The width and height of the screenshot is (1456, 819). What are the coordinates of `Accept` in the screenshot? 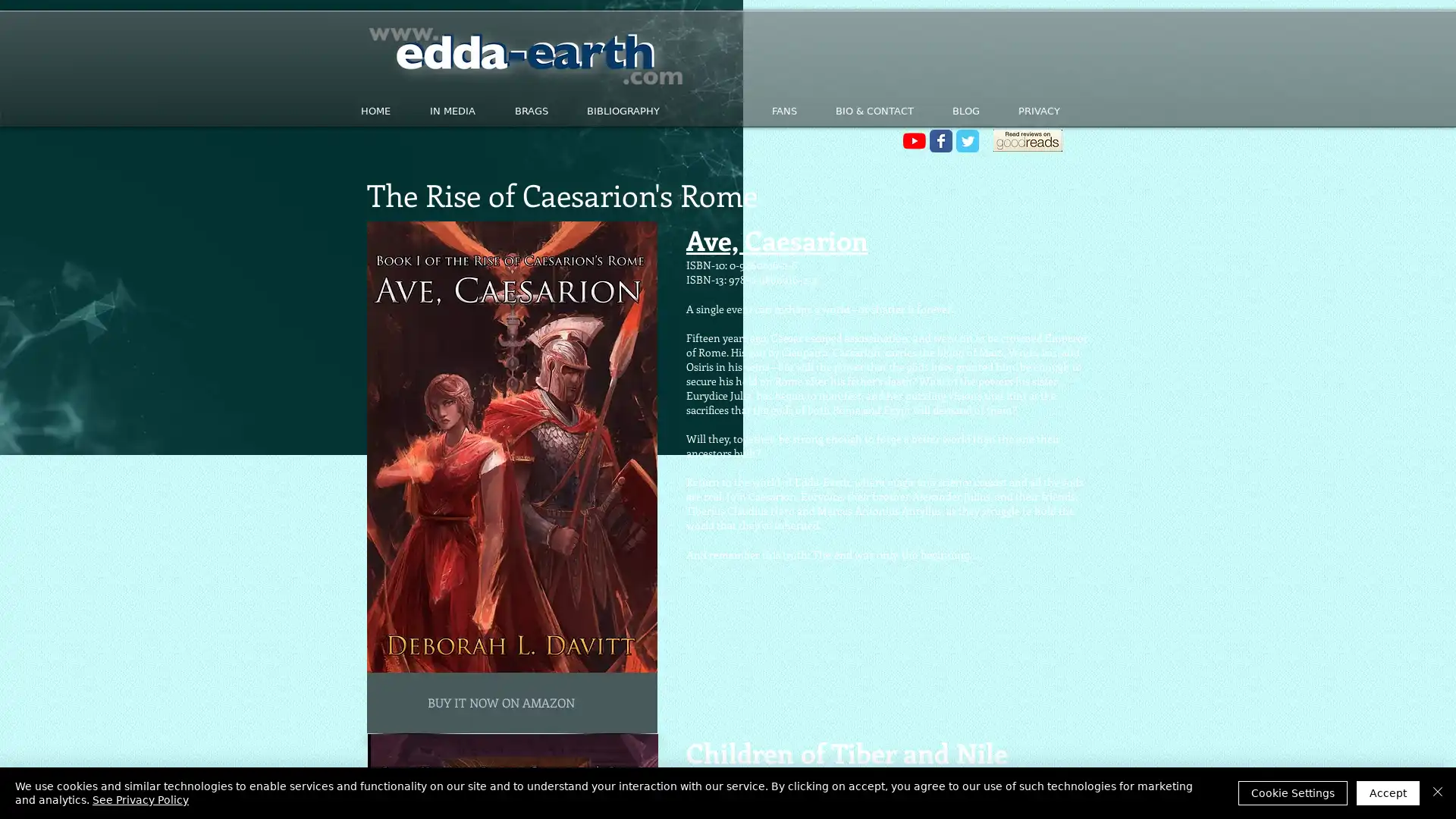 It's located at (1388, 792).